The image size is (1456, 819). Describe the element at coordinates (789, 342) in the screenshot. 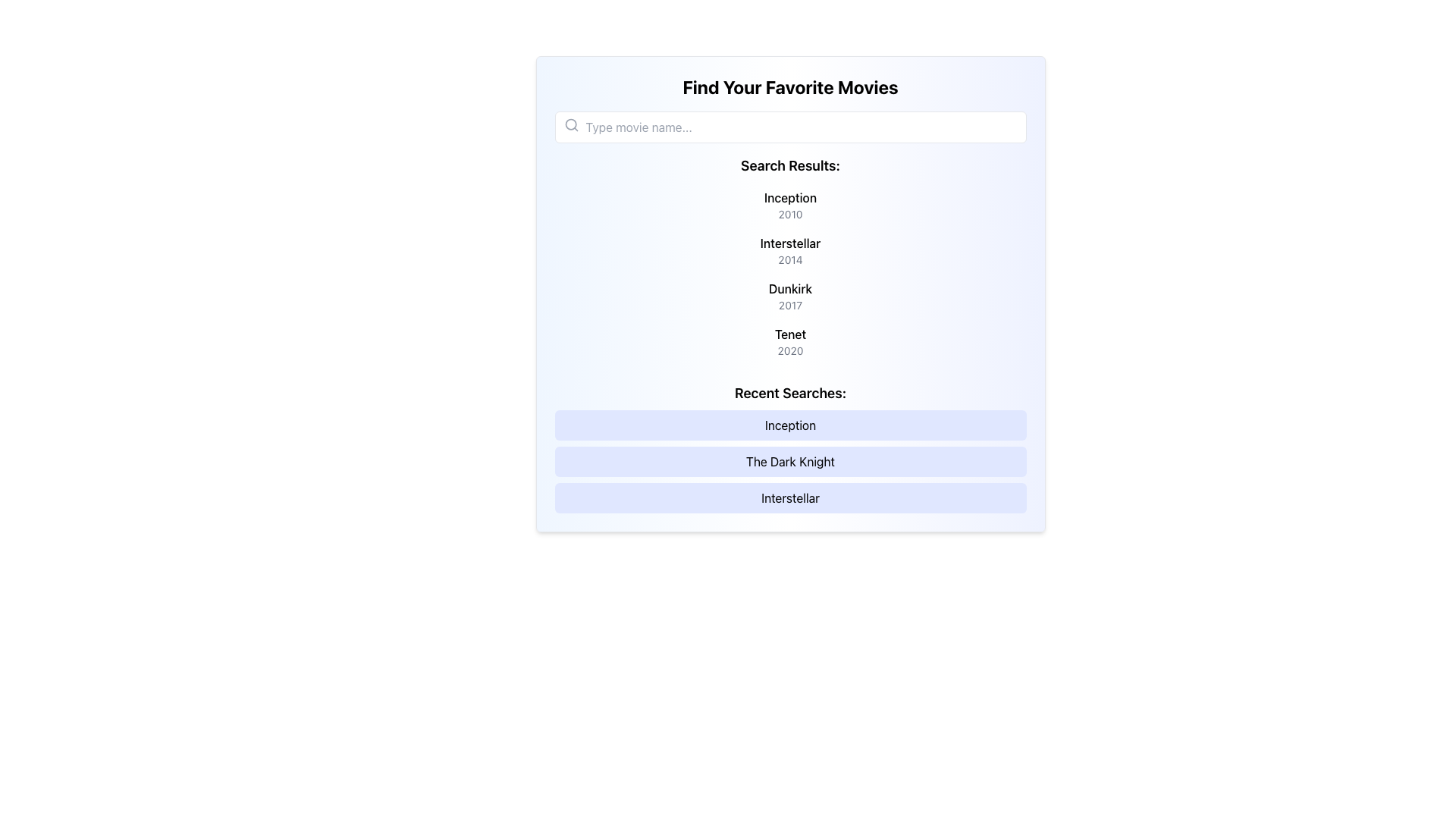

I see `the fourth list item titled 'Tenet' with the release year '2020' located under the header 'Search Results'` at that location.